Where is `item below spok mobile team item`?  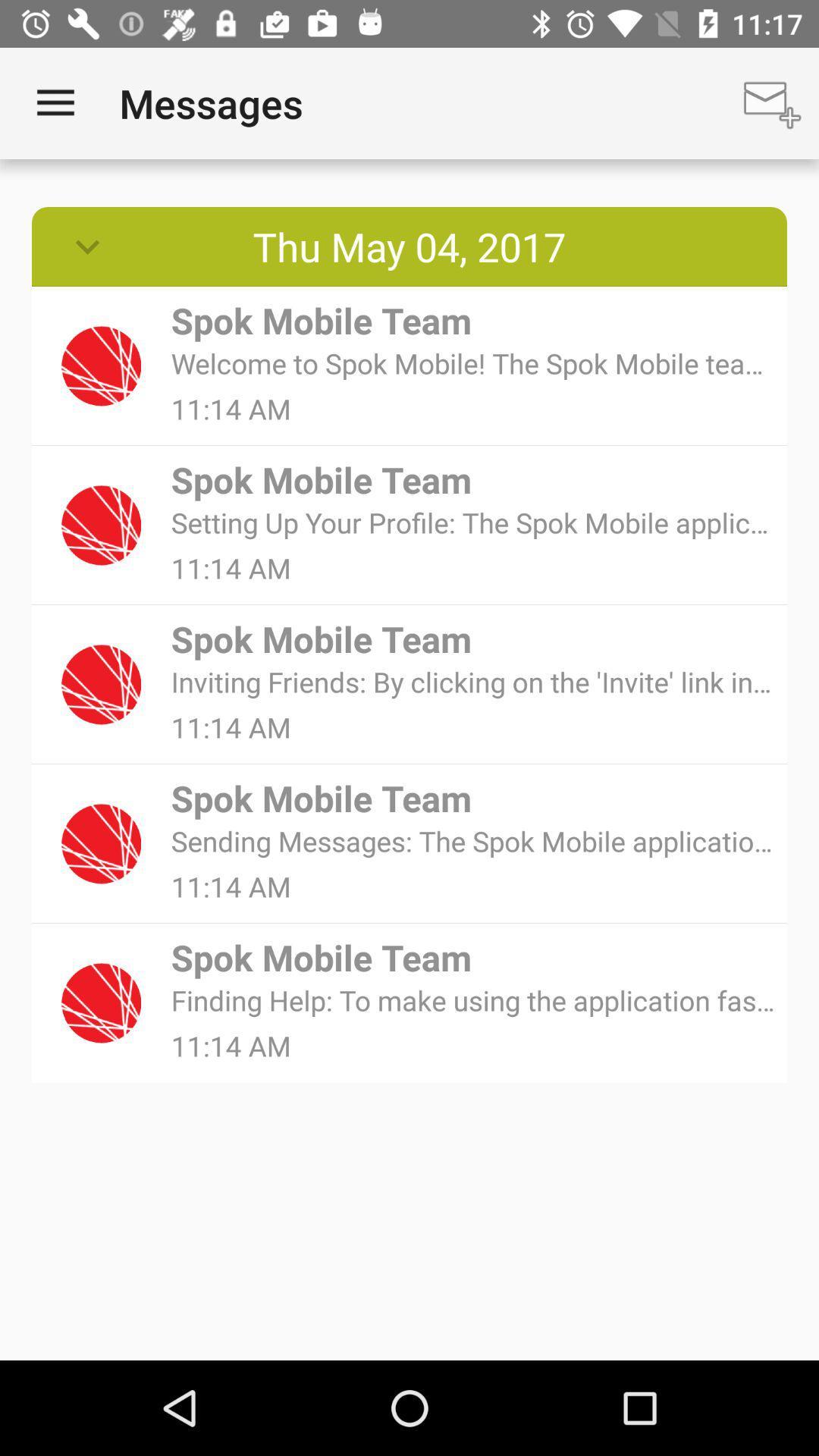 item below spok mobile team item is located at coordinates (473, 840).